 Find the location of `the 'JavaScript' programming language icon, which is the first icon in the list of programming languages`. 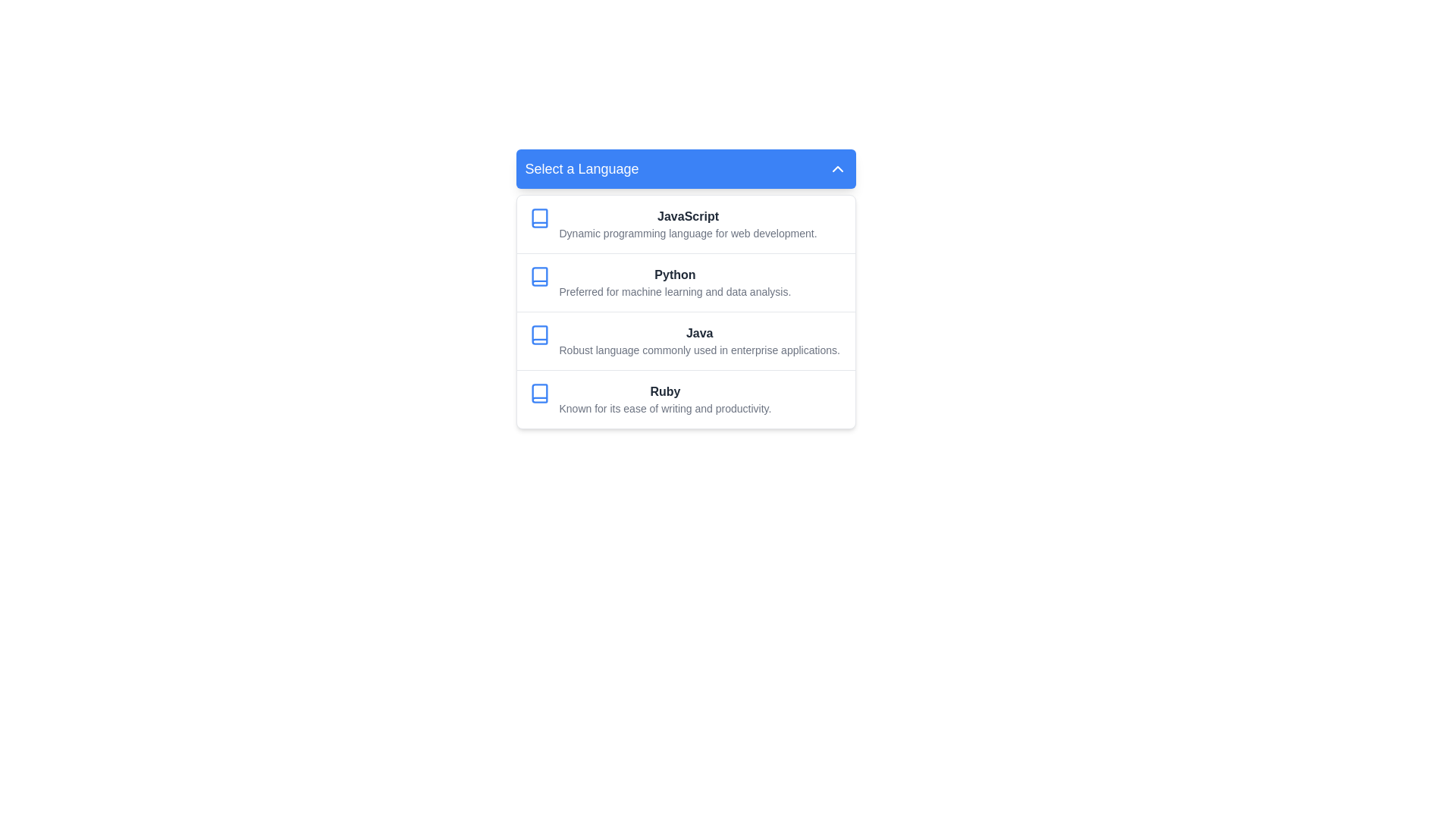

the 'JavaScript' programming language icon, which is the first icon in the list of programming languages is located at coordinates (539, 218).